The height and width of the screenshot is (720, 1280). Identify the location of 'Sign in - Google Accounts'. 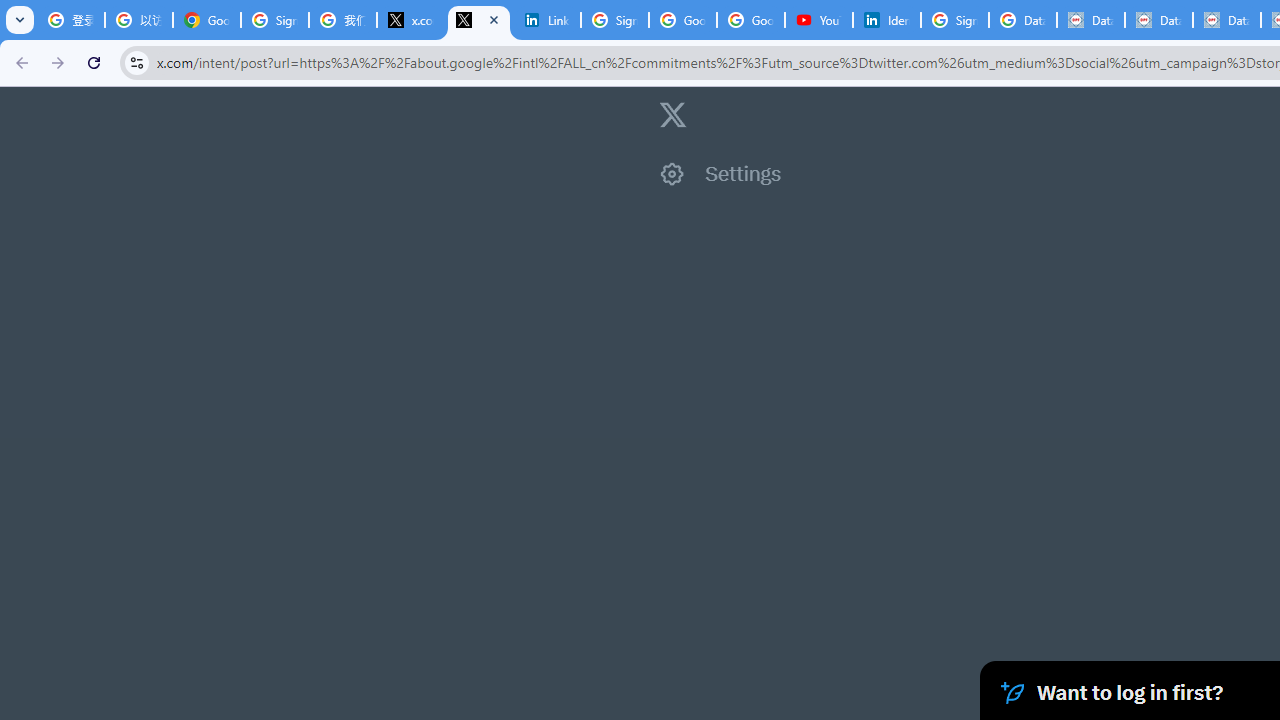
(273, 20).